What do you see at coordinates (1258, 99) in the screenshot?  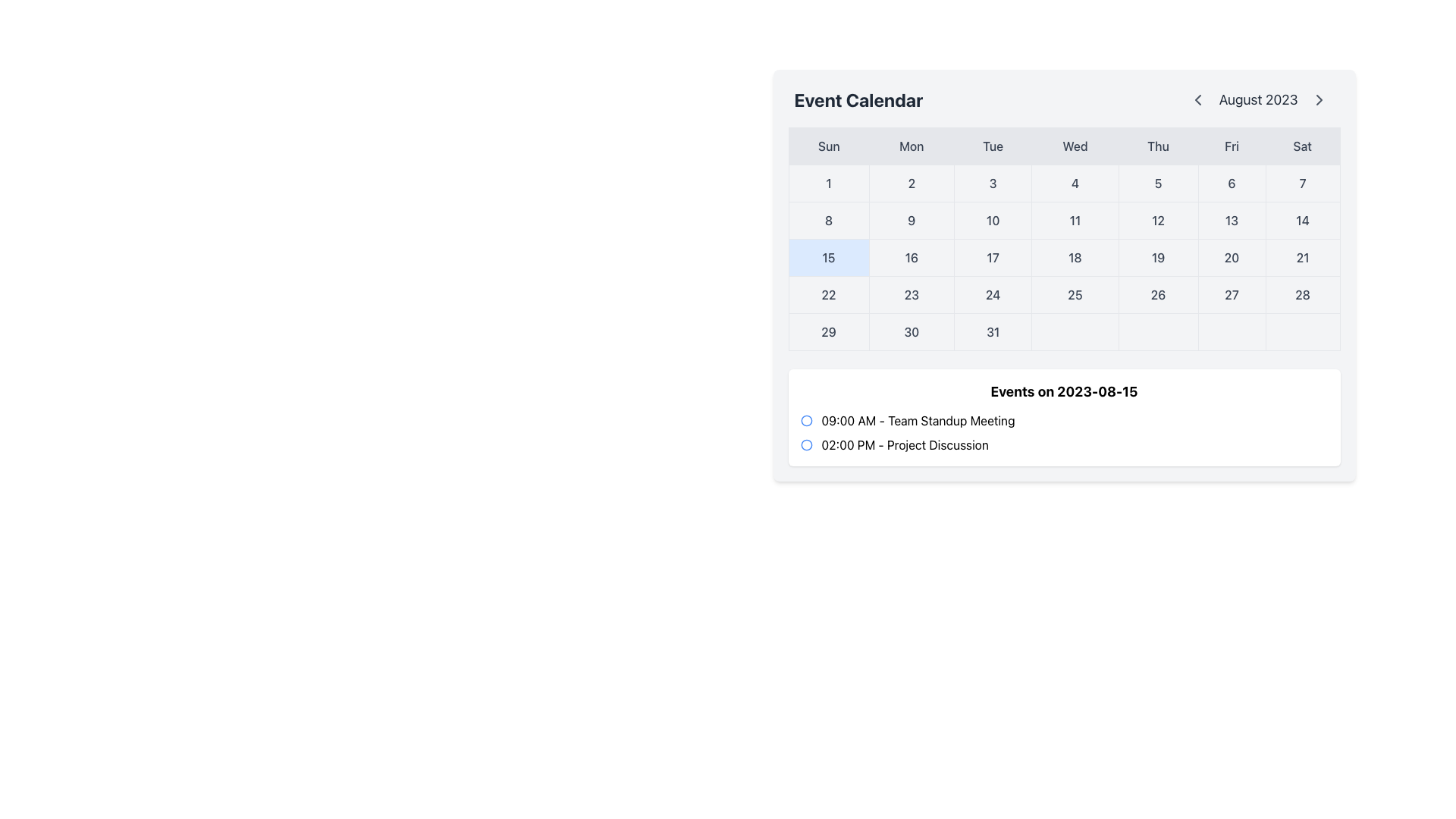 I see `the Text Label that indicates the current month and year in the calendar` at bounding box center [1258, 99].